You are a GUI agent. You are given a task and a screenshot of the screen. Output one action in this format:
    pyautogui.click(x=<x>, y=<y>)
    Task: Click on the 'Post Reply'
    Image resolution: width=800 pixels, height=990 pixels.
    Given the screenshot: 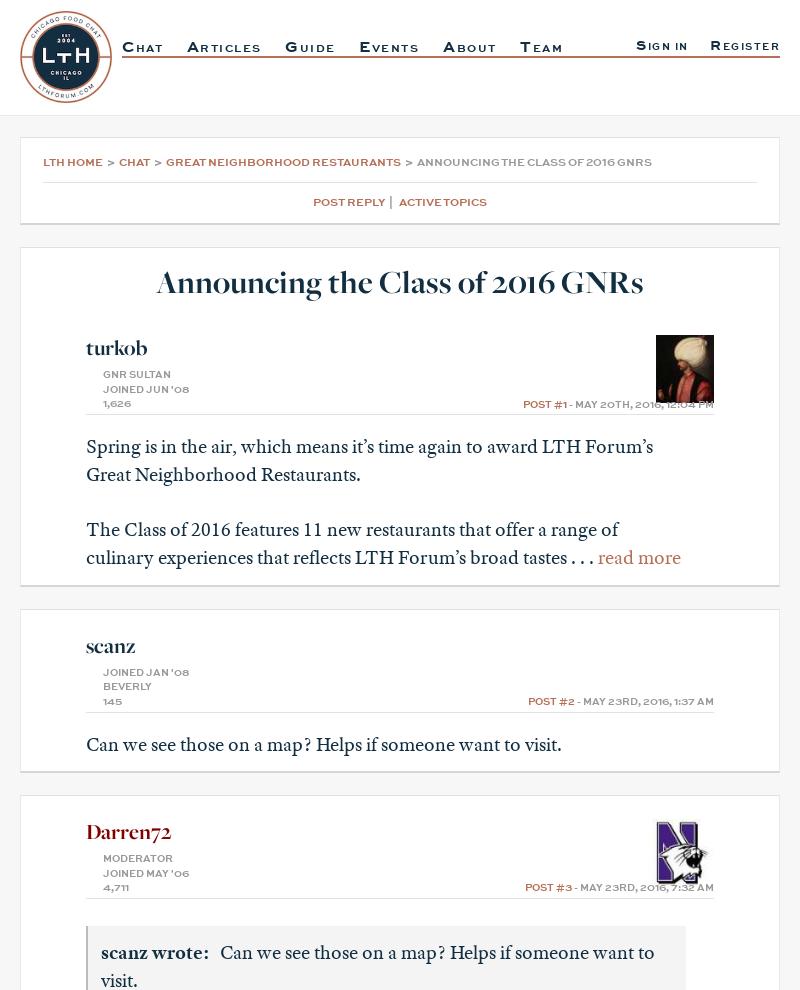 What is the action you would take?
    pyautogui.click(x=349, y=201)
    